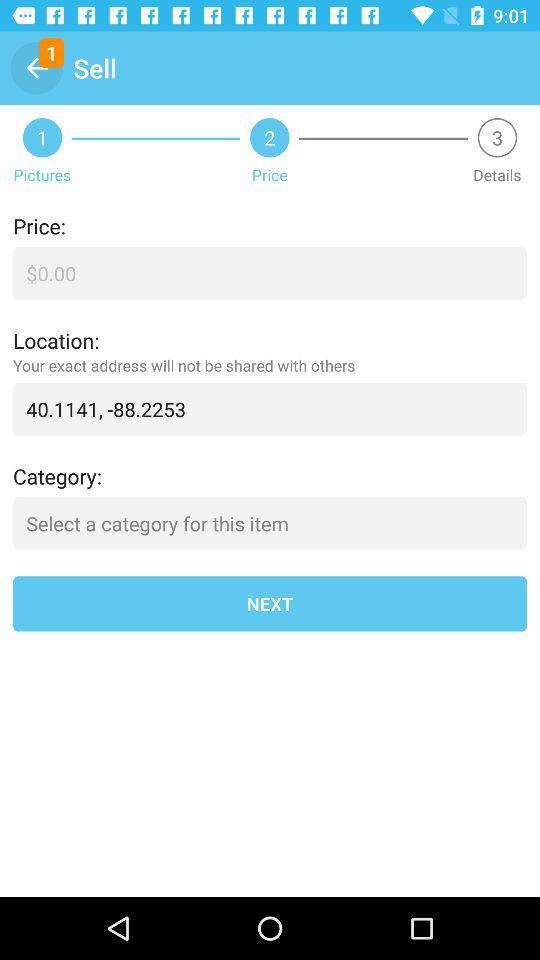  I want to click on prince enter button, so click(270, 272).